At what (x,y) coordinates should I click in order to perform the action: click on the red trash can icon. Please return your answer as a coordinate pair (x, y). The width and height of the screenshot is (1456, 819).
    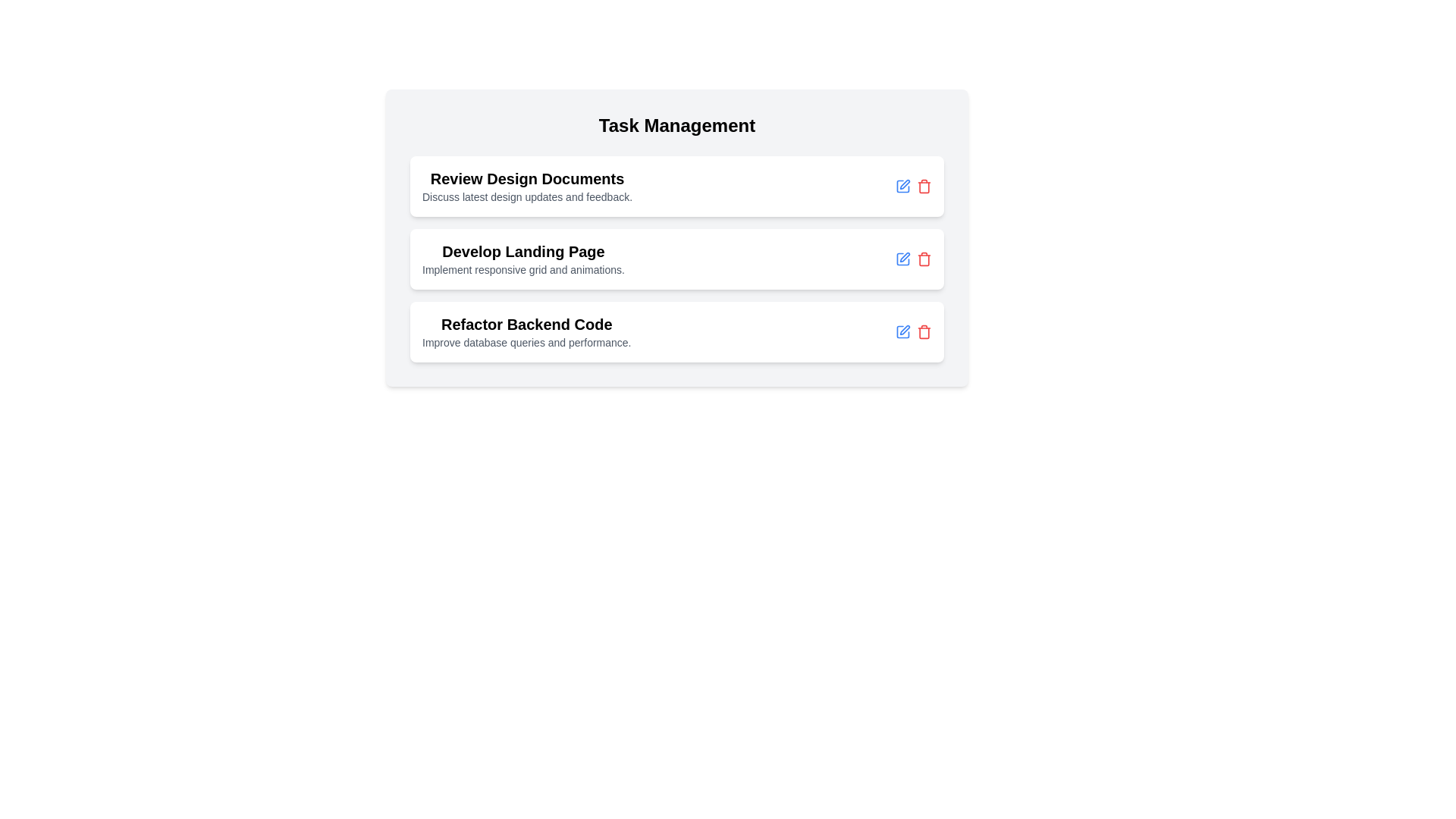
    Looking at the image, I should click on (924, 331).